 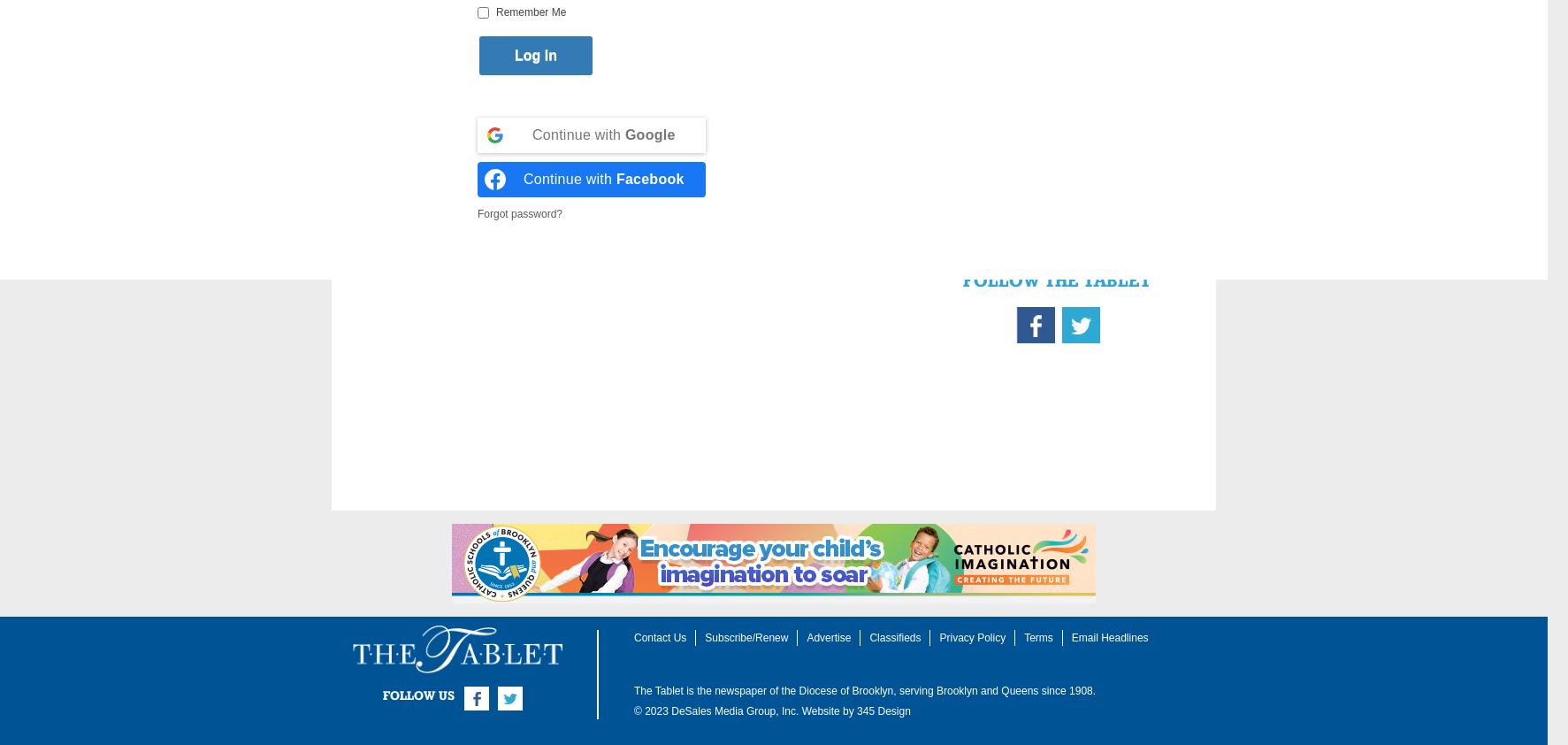 What do you see at coordinates (519, 213) in the screenshot?
I see `'Forgot password?'` at bounding box center [519, 213].